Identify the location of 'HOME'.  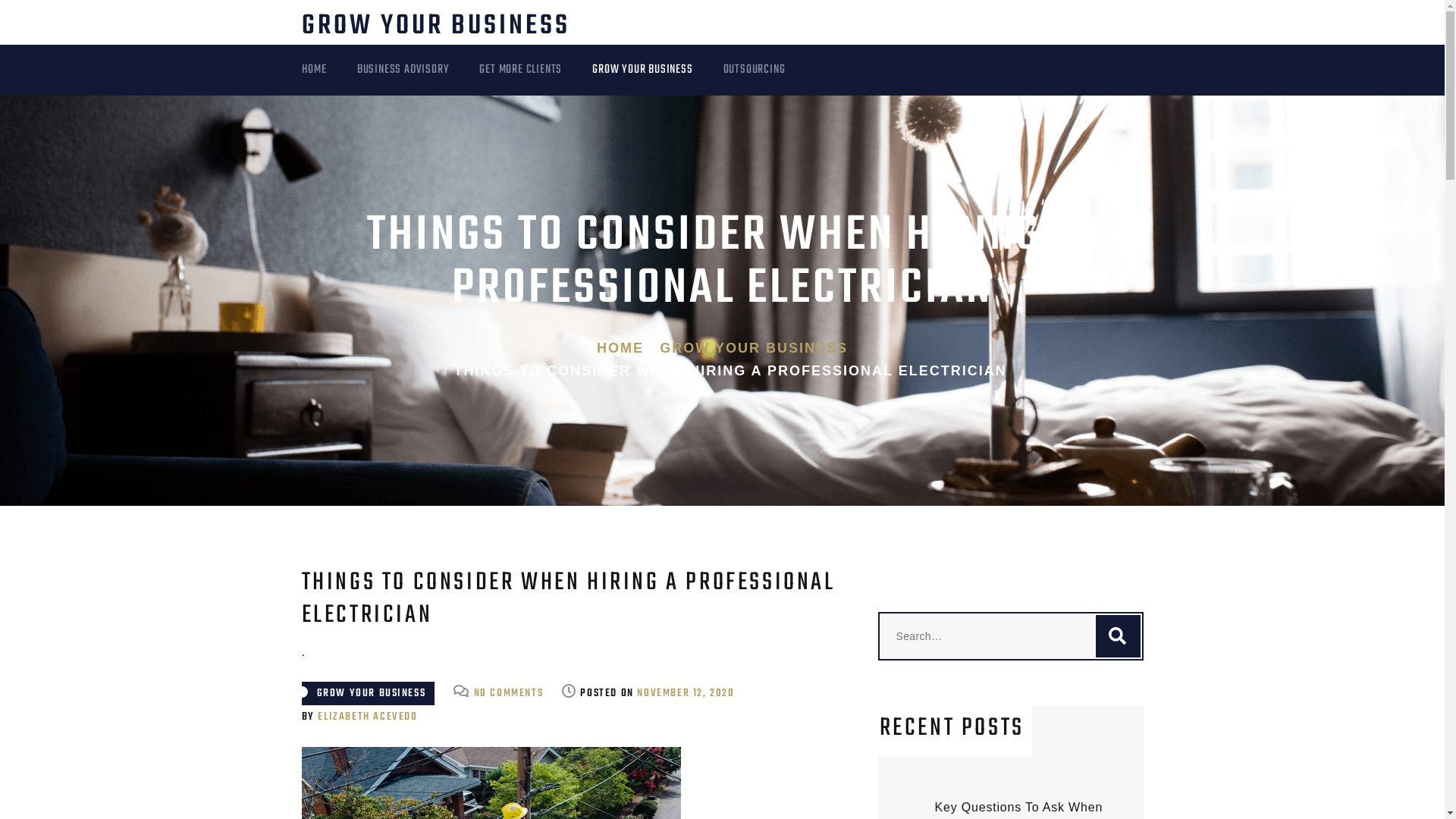
(328, 70).